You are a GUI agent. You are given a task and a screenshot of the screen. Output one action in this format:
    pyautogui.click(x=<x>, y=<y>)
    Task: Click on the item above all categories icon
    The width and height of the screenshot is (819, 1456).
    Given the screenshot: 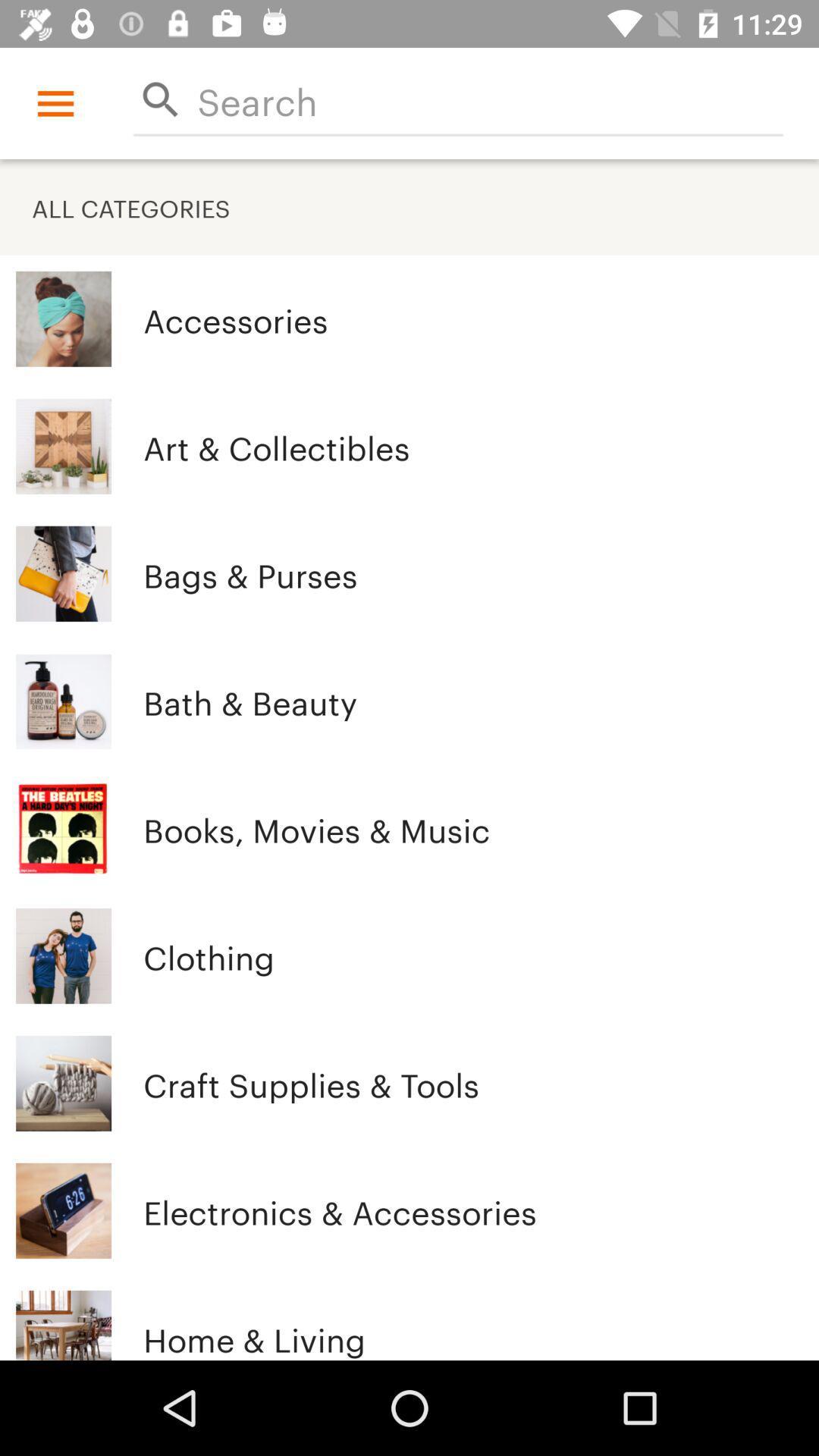 What is the action you would take?
    pyautogui.click(x=490, y=99)
    